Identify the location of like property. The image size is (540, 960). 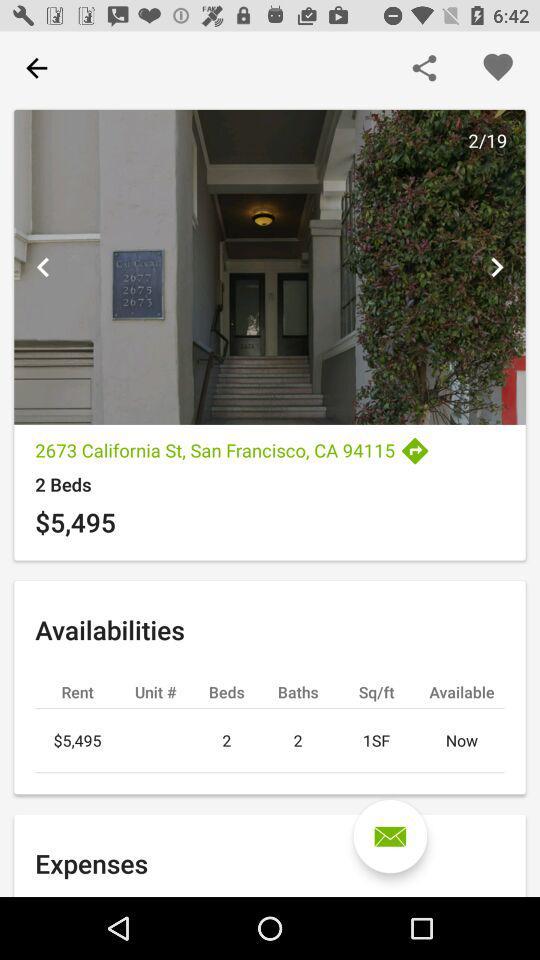
(496, 68).